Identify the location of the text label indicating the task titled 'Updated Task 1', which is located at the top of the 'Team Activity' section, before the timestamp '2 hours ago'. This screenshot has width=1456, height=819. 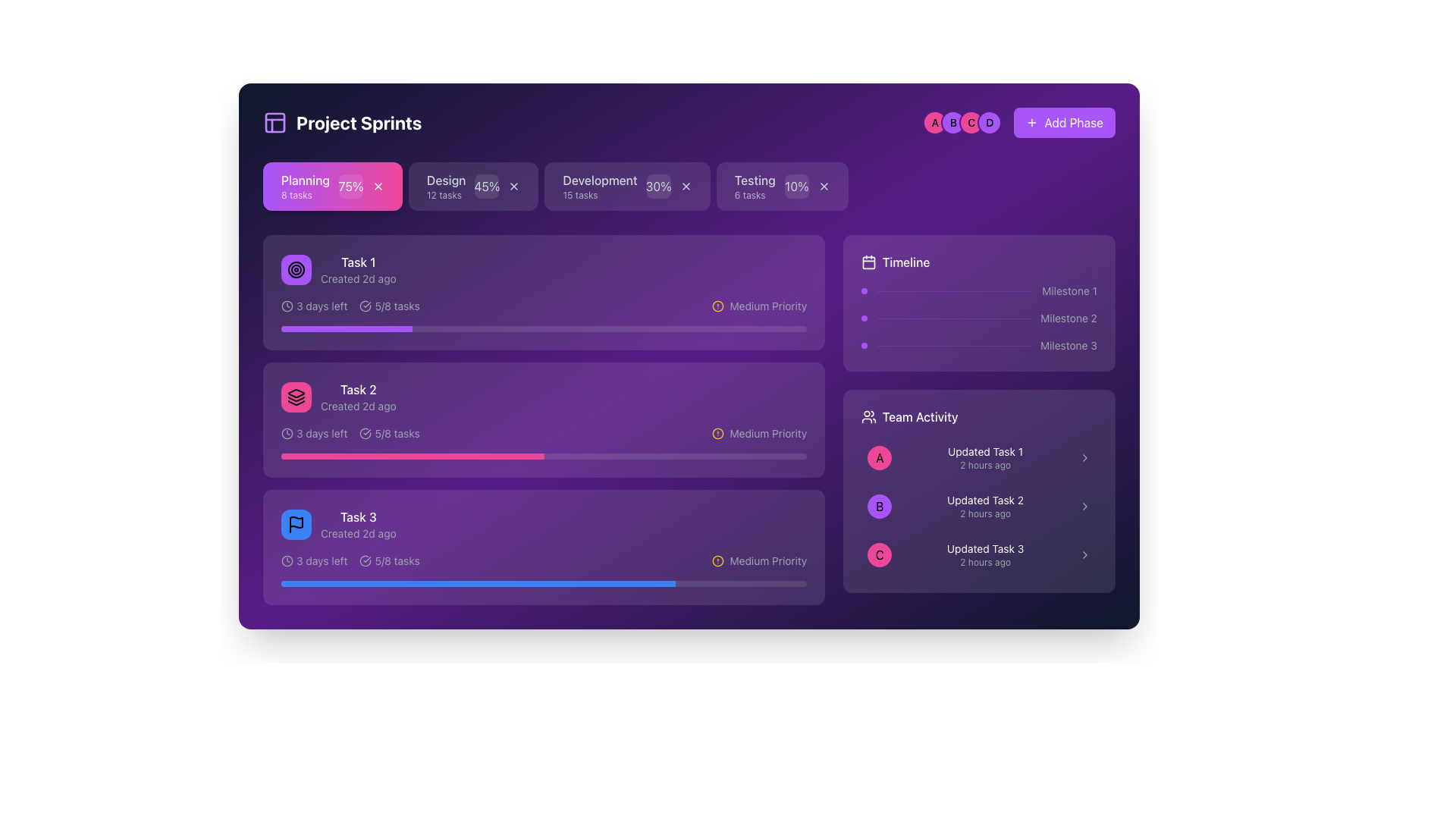
(985, 451).